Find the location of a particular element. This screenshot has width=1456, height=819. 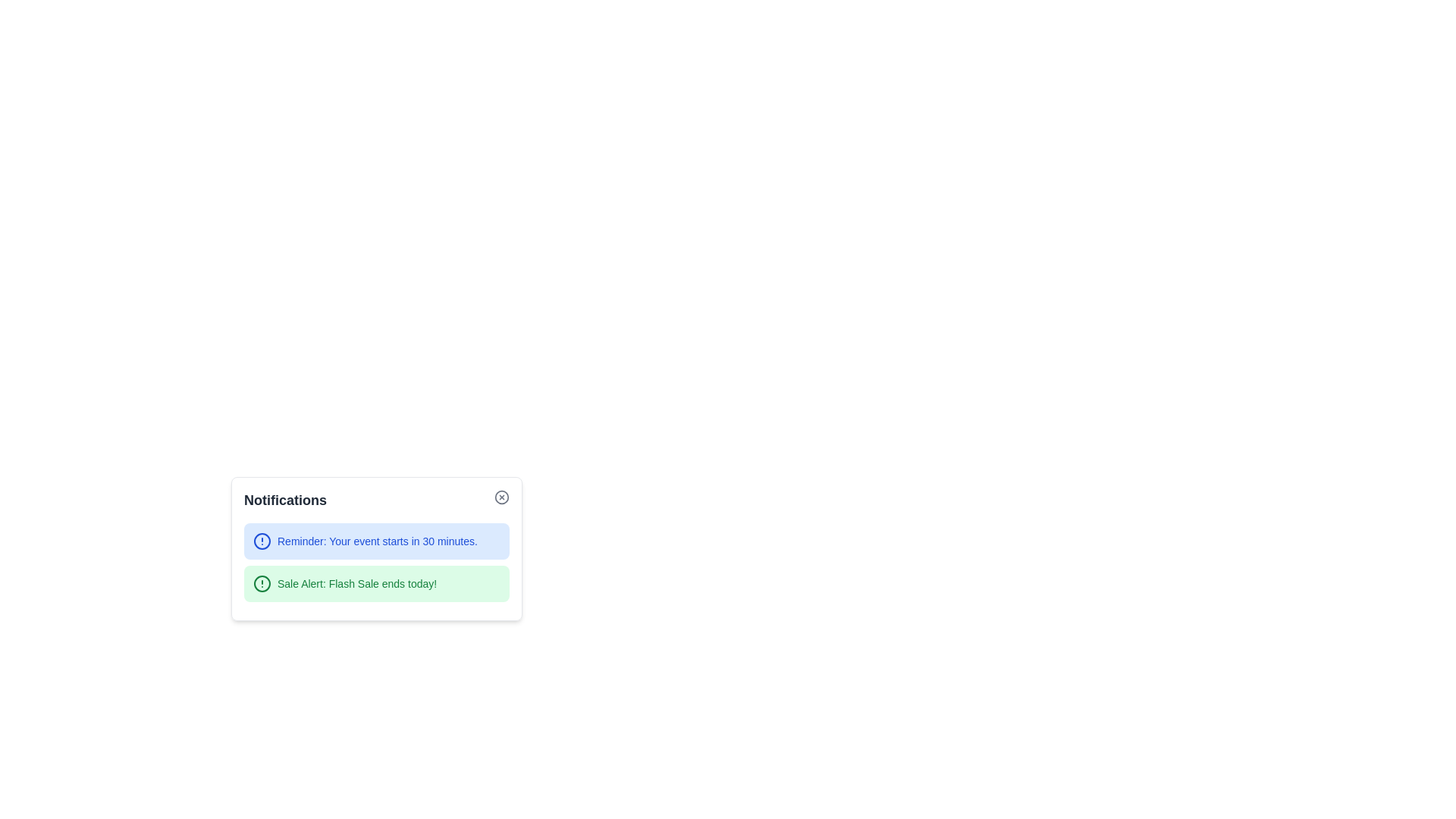

the close button located at the right end of the 'Notifications' header is located at coordinates (502, 497).